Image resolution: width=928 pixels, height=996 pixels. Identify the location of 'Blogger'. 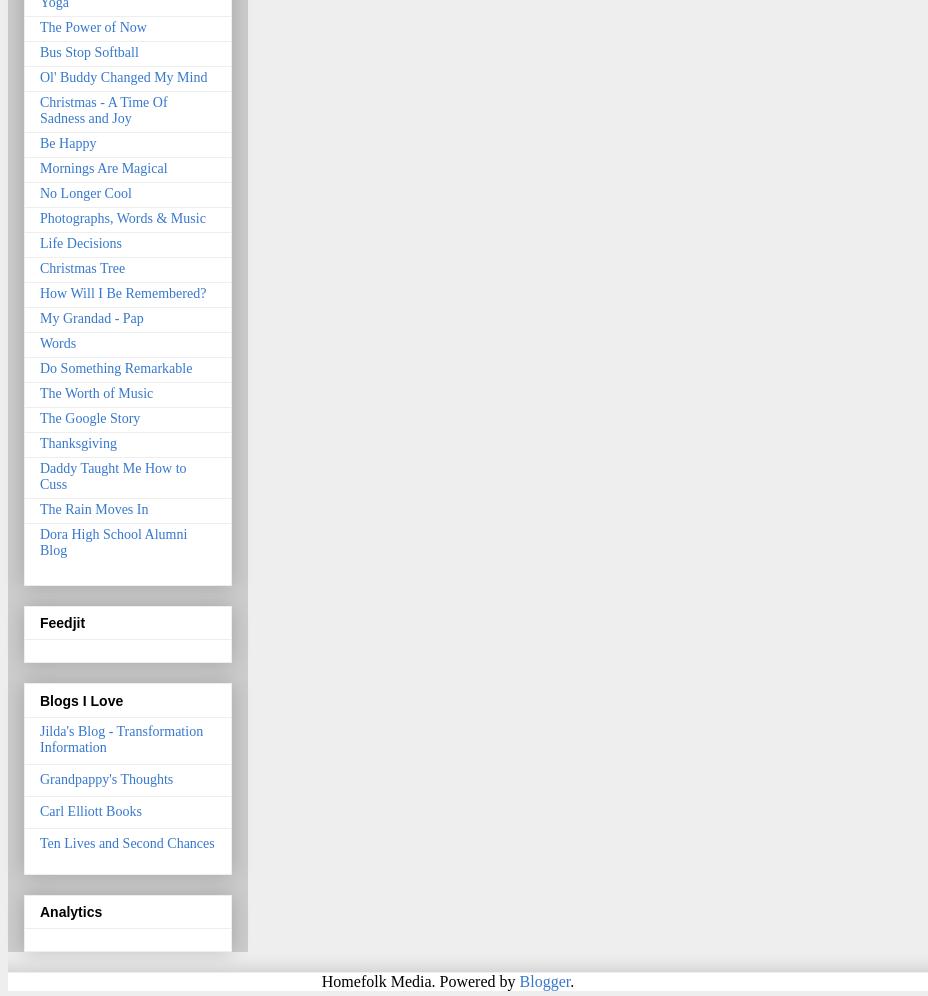
(518, 979).